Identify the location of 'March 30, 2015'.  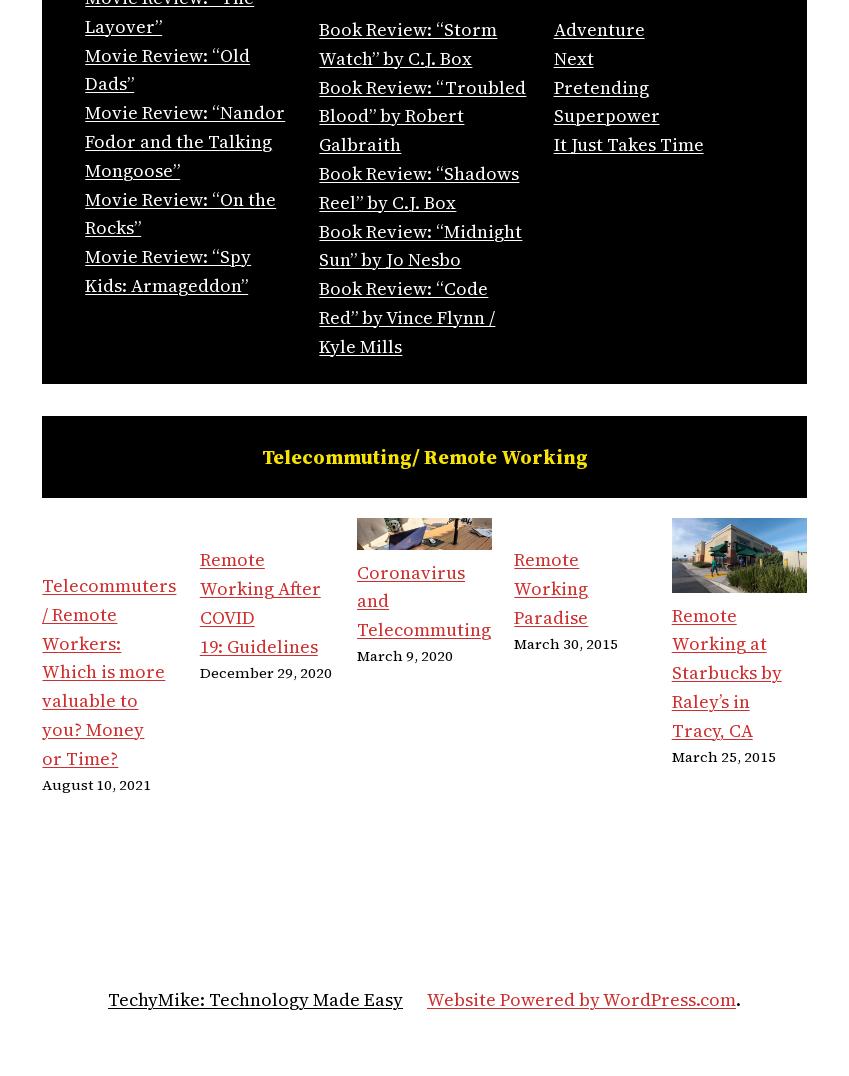
(512, 698).